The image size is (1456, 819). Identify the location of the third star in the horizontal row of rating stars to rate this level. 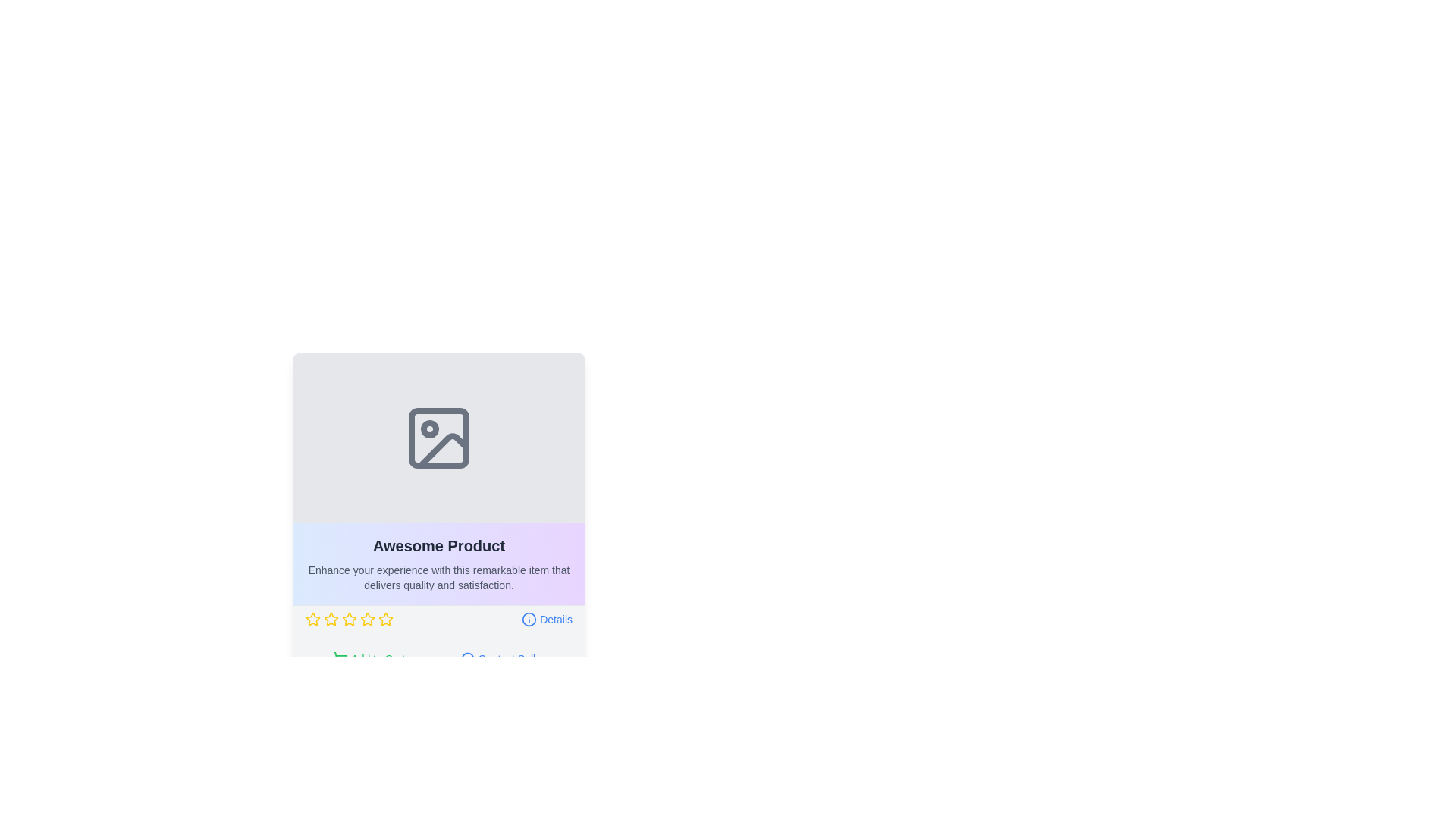
(367, 619).